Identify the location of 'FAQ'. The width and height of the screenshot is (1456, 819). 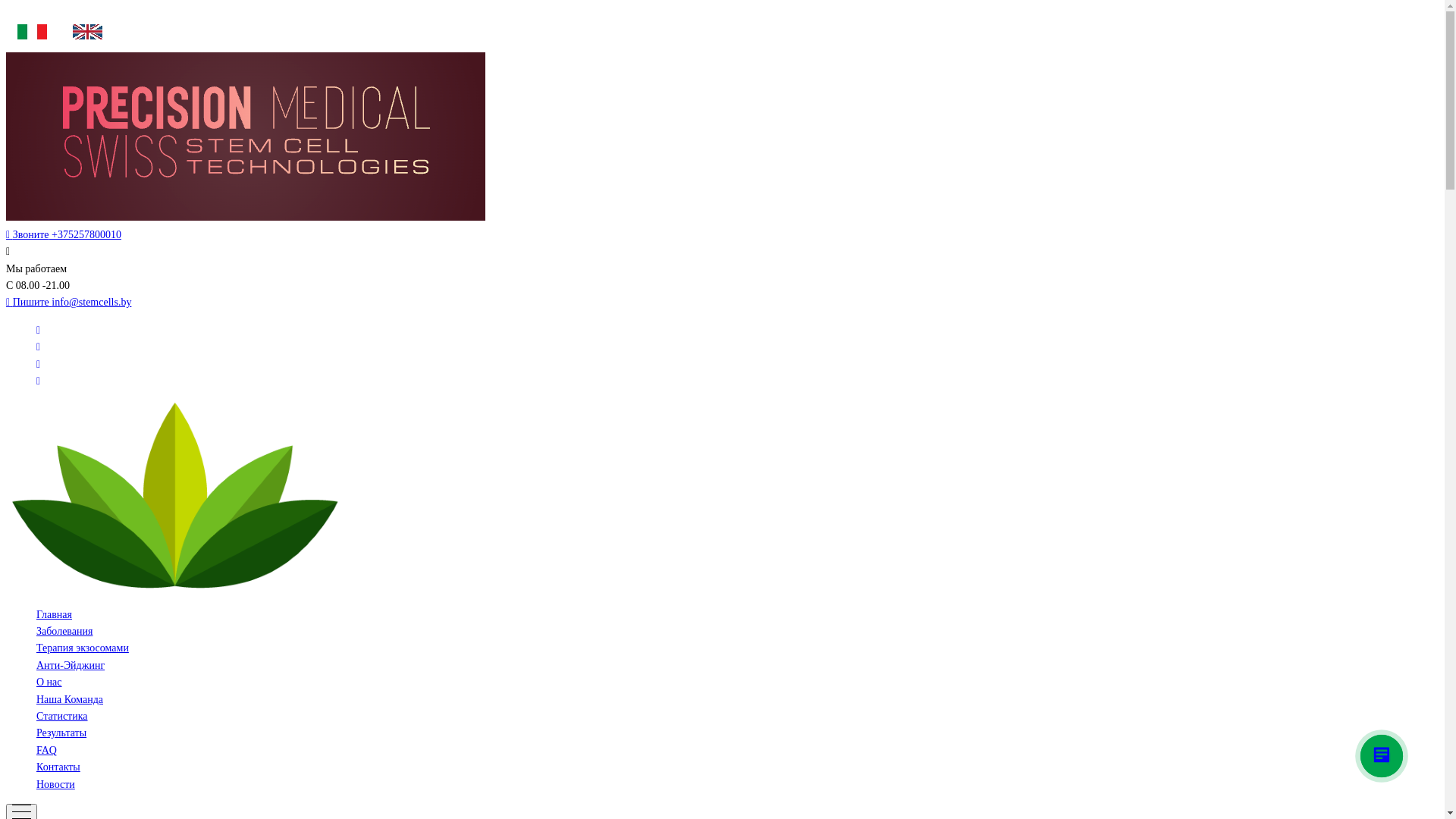
(46, 749).